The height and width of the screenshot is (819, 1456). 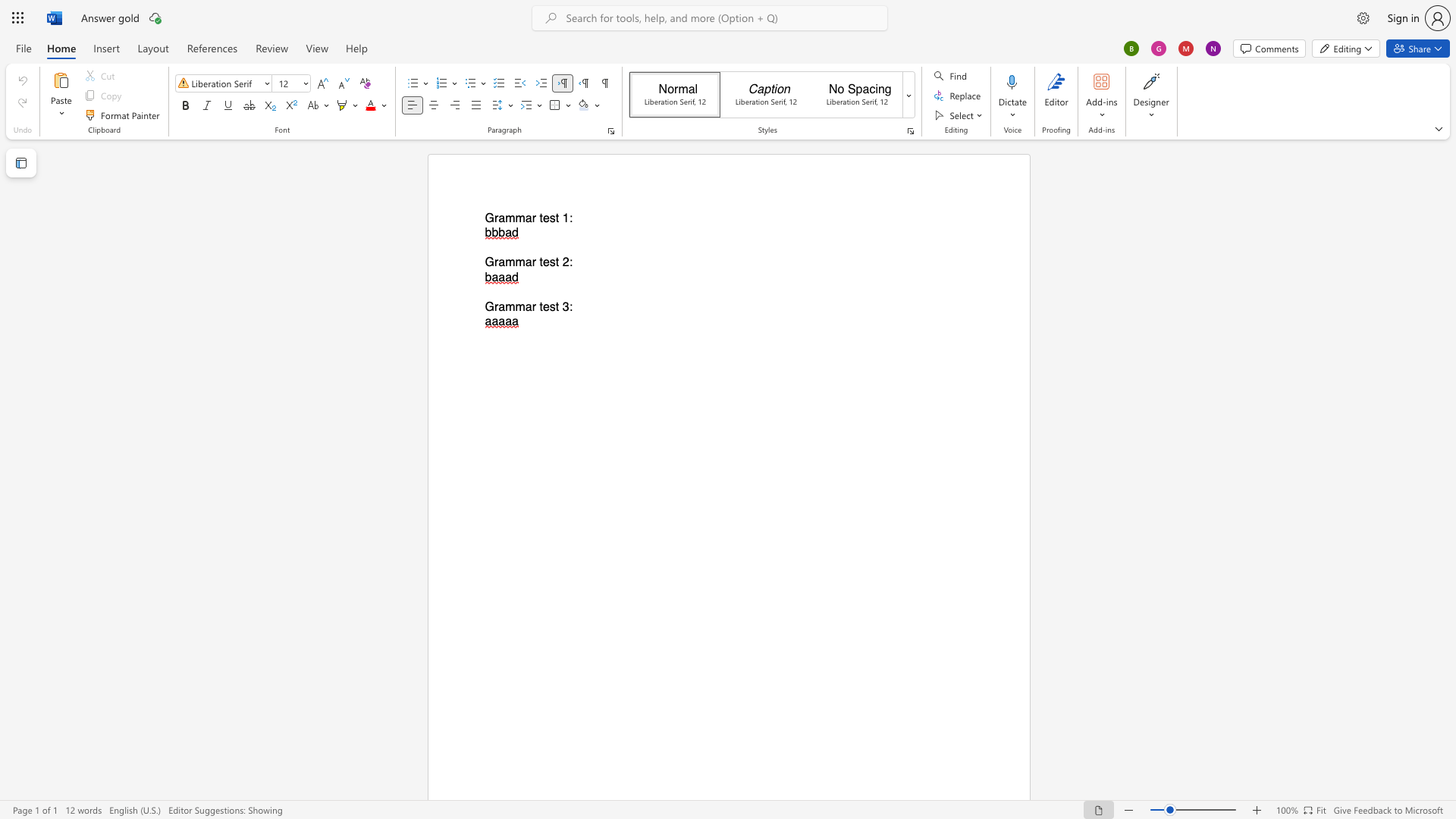 What do you see at coordinates (548, 262) in the screenshot?
I see `the space between the continuous character "e" and "s" in the text` at bounding box center [548, 262].